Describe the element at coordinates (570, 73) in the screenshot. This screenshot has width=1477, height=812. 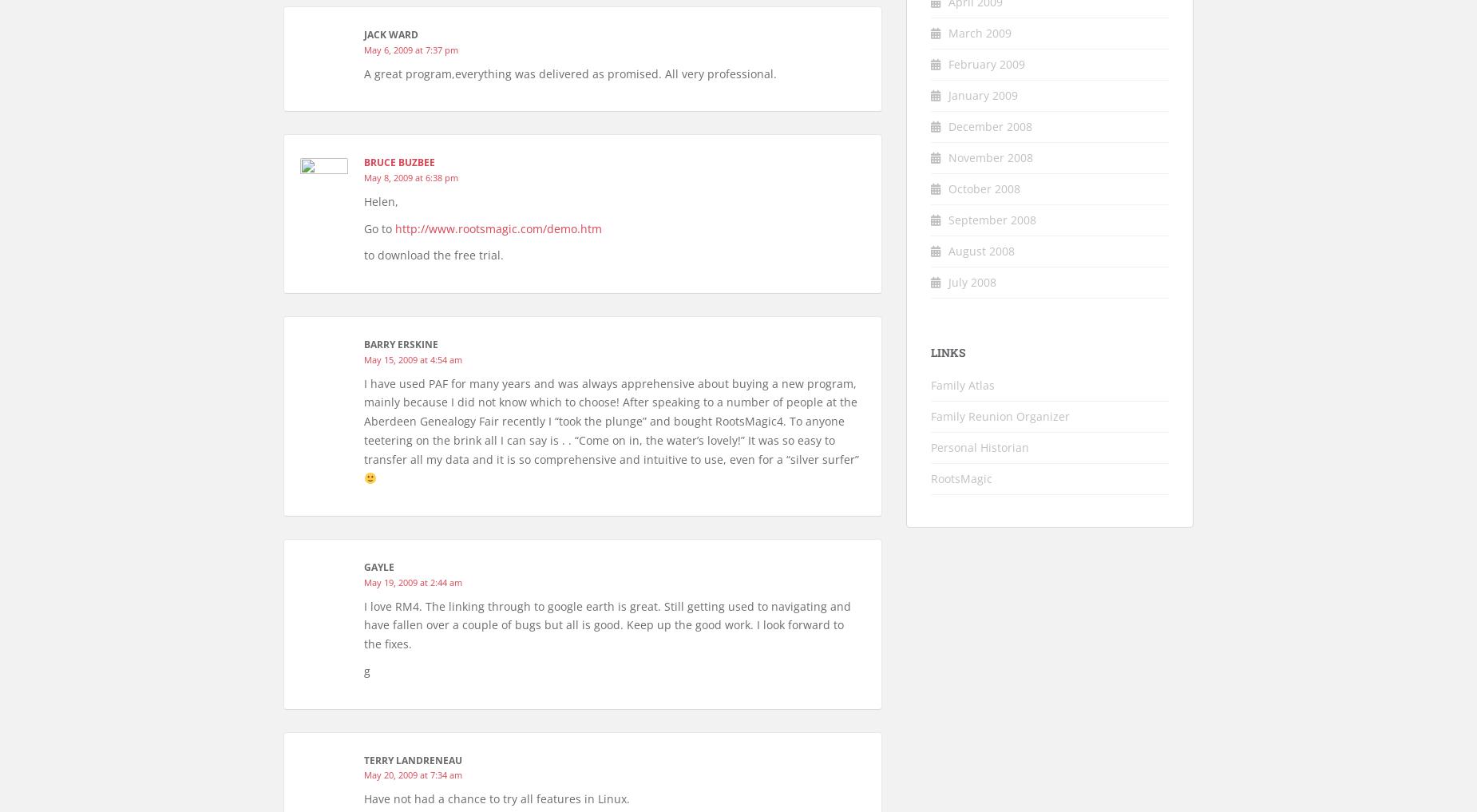
I see `'A great program,everything was delivered as promised. All very professional.'` at that location.